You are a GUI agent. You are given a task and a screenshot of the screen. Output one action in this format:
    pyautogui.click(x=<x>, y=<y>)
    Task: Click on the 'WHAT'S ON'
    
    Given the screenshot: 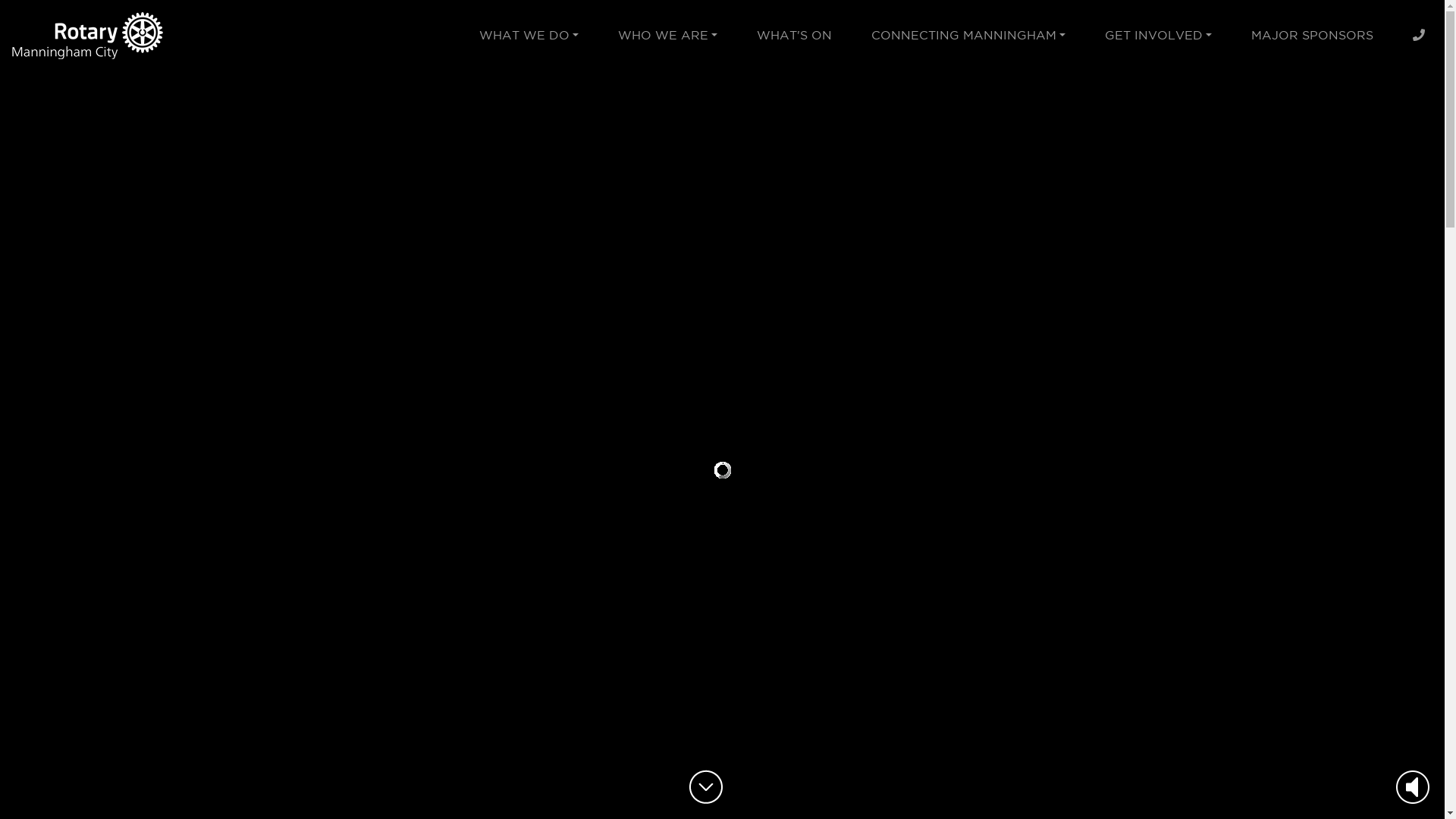 What is the action you would take?
    pyautogui.click(x=793, y=37)
    